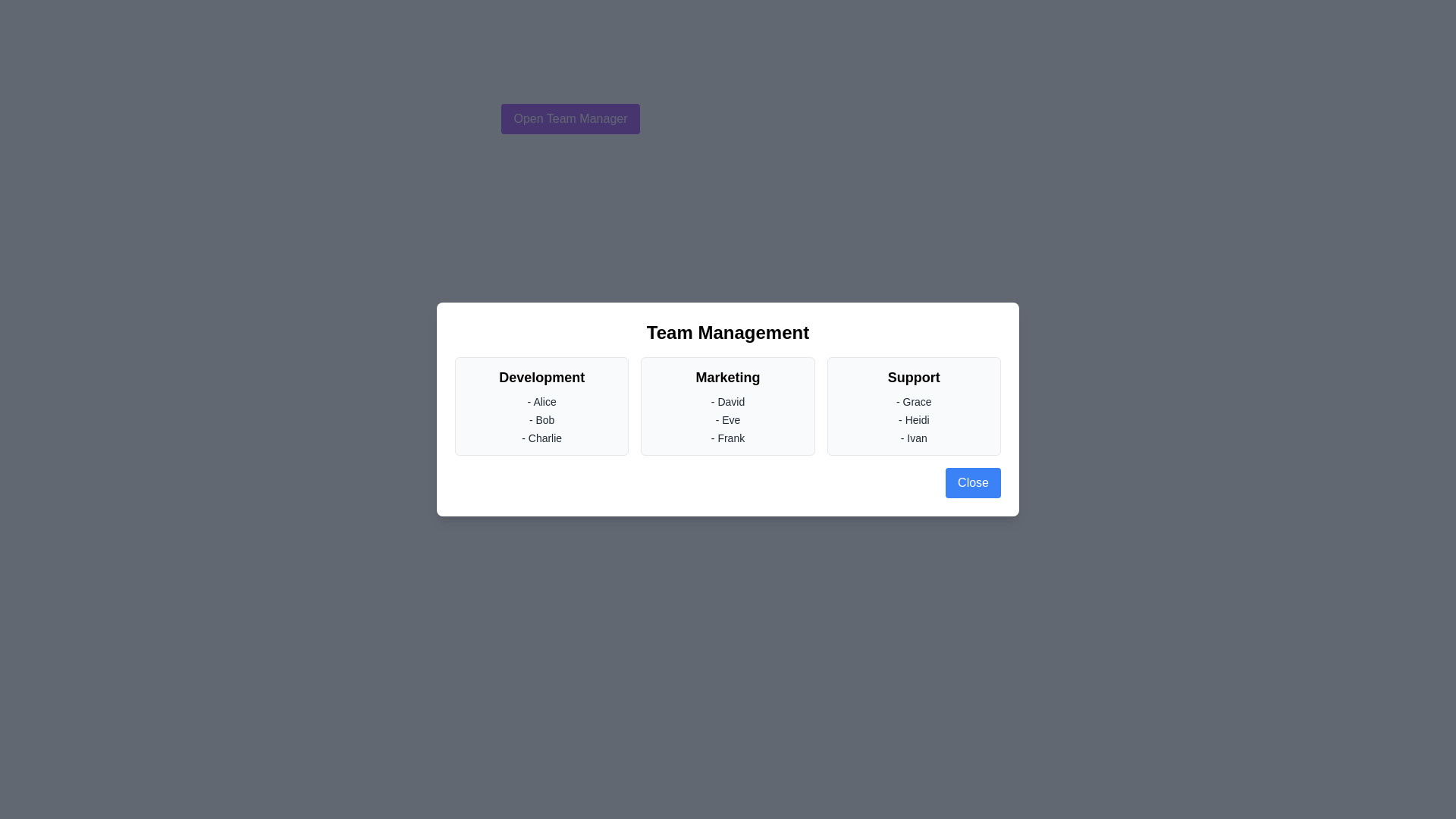  I want to click on 'Open Team Manager' button to open the dialog, so click(570, 118).